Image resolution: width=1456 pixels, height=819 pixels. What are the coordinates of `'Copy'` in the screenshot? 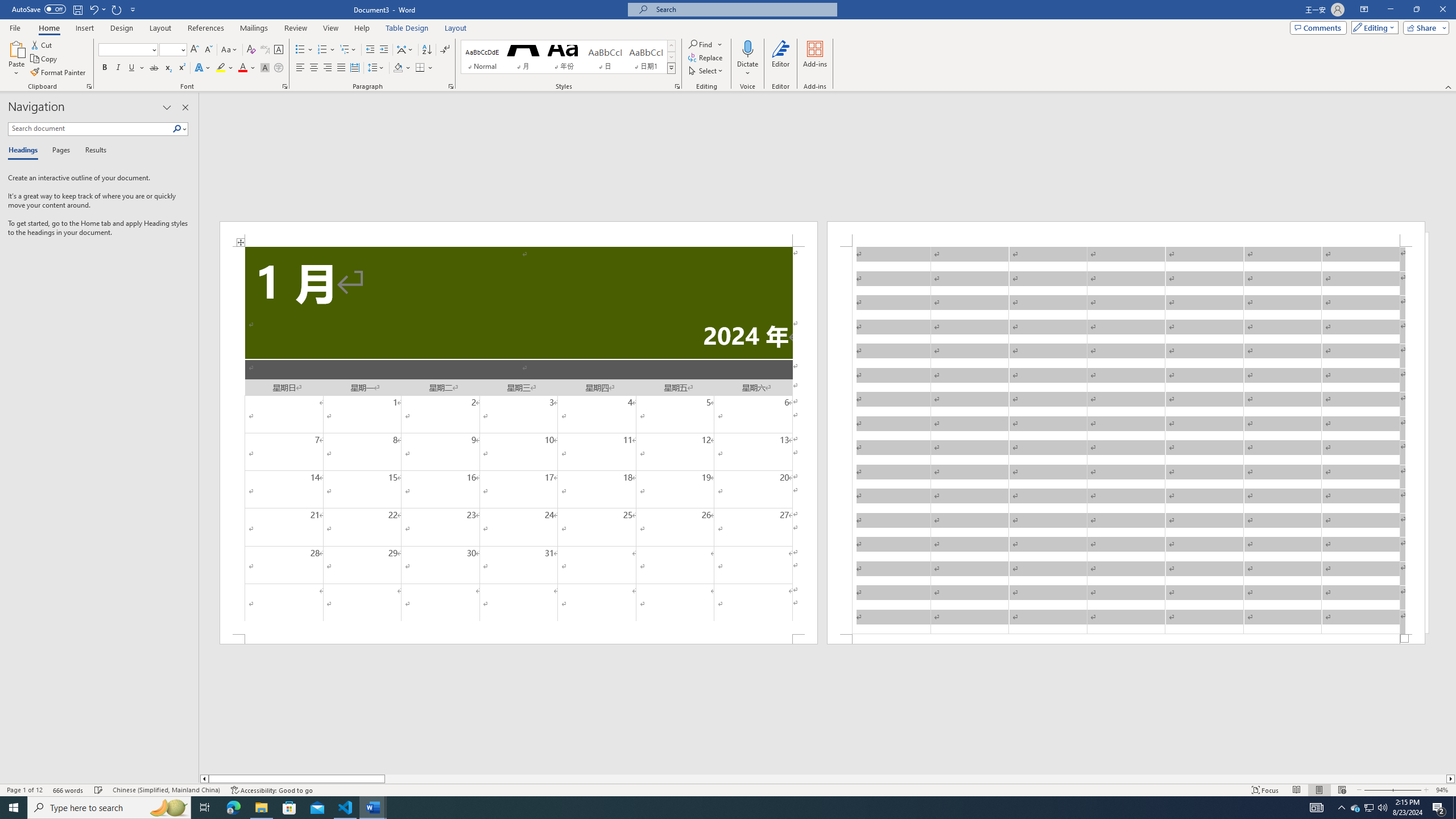 It's located at (44, 59).